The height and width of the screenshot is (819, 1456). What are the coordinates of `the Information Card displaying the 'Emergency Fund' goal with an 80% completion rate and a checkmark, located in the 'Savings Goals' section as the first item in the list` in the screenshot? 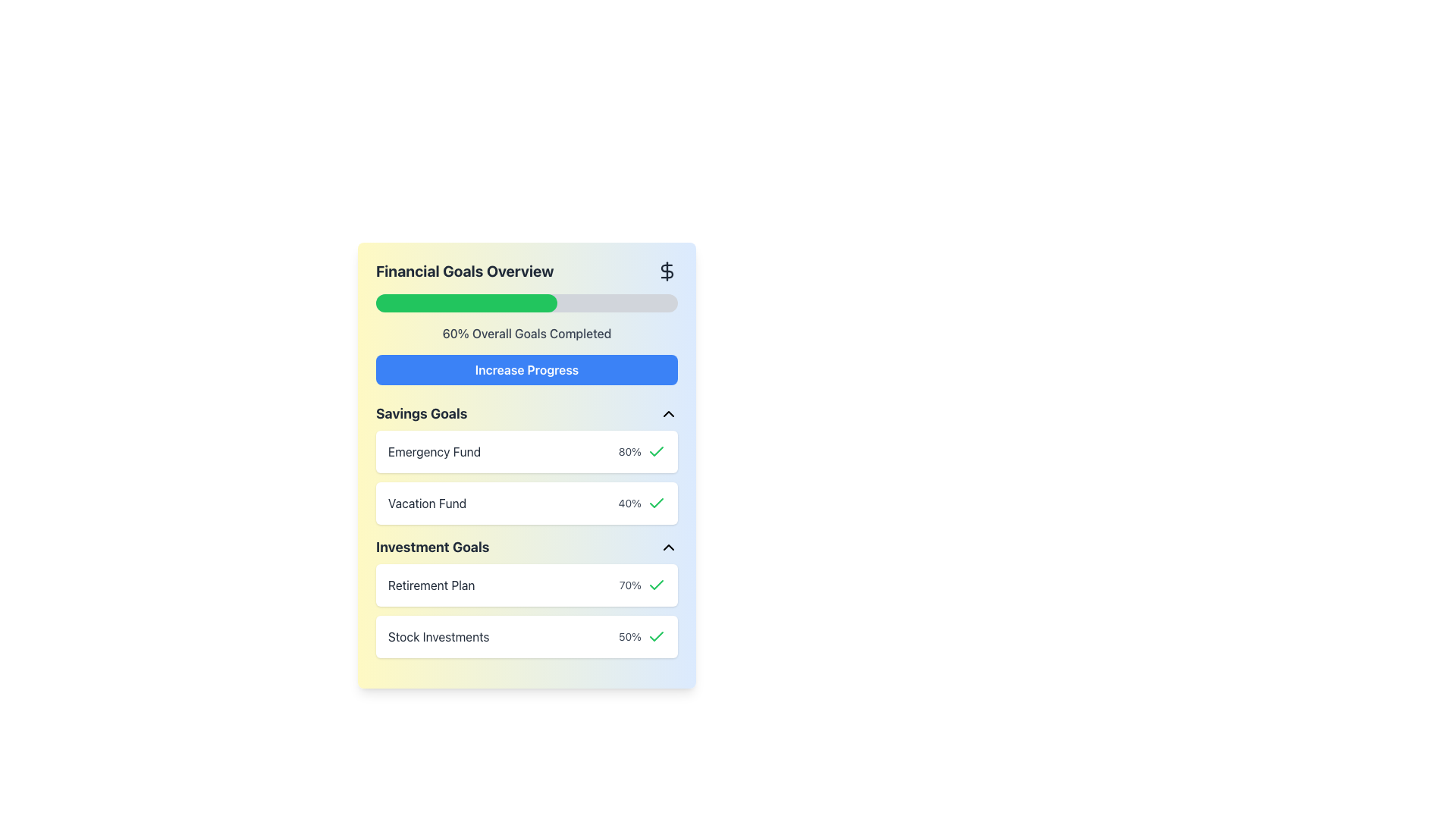 It's located at (527, 451).